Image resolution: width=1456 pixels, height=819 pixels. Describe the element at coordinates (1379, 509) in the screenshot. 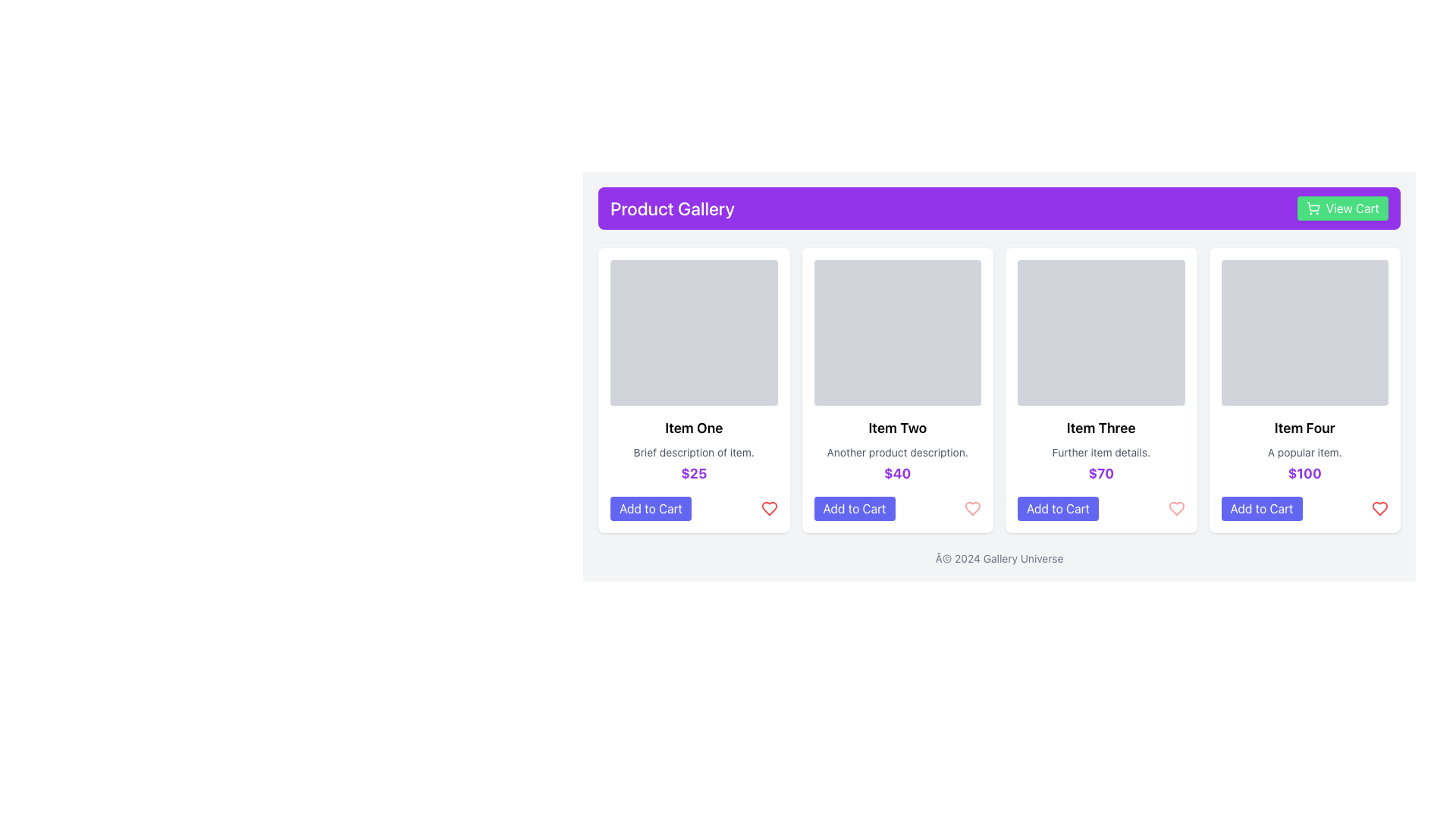

I see `the heart icon located in the bottom-right corner of the fourth product card to mark the product as a favorite` at that location.